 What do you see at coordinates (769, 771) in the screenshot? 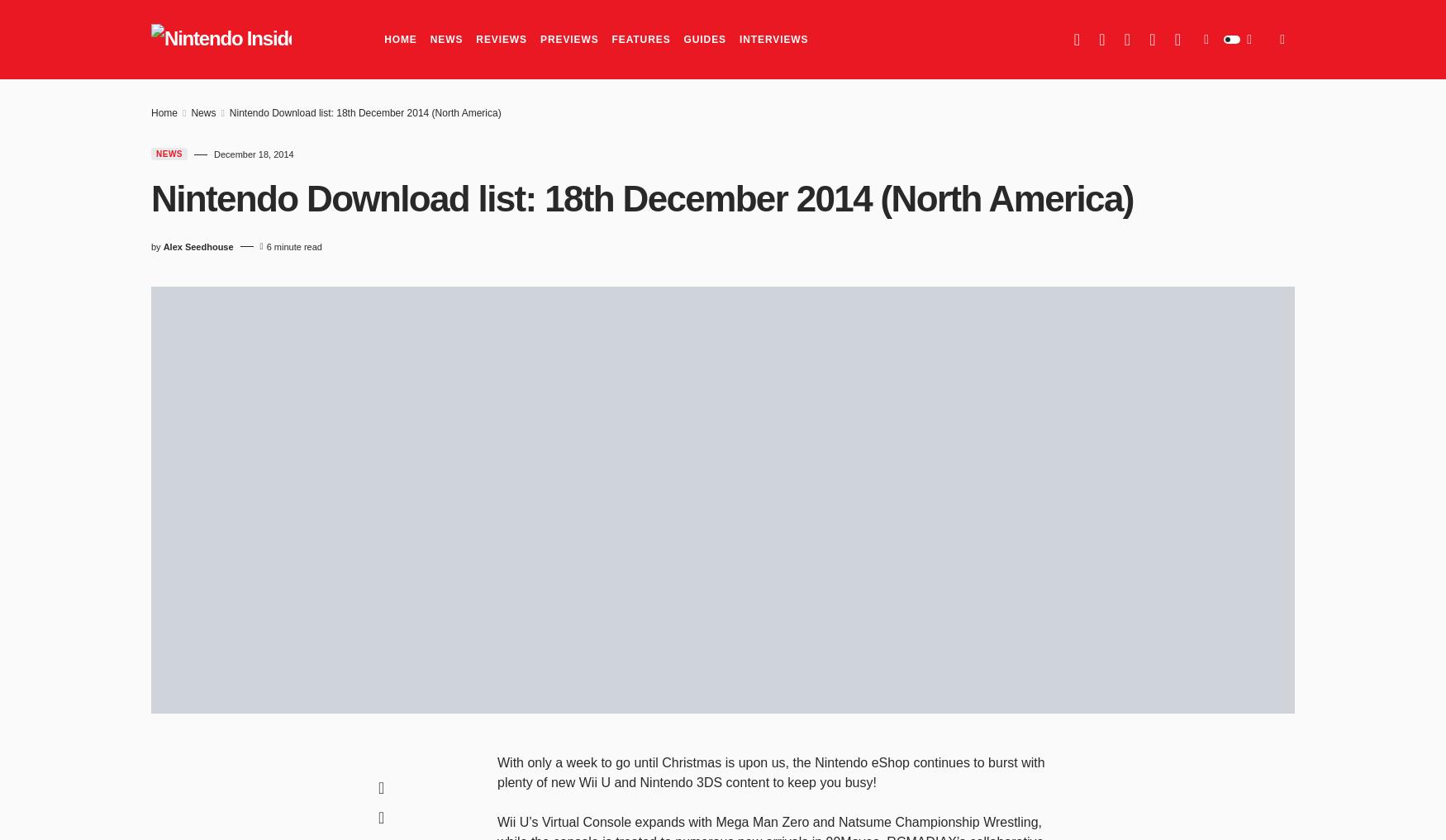
I see `'With only a week to go until Christmas is upon us, the Nintendo eShop continues to burst with plenty of new Wii U and Nintendo 3DS content to keep you busy!'` at bounding box center [769, 771].